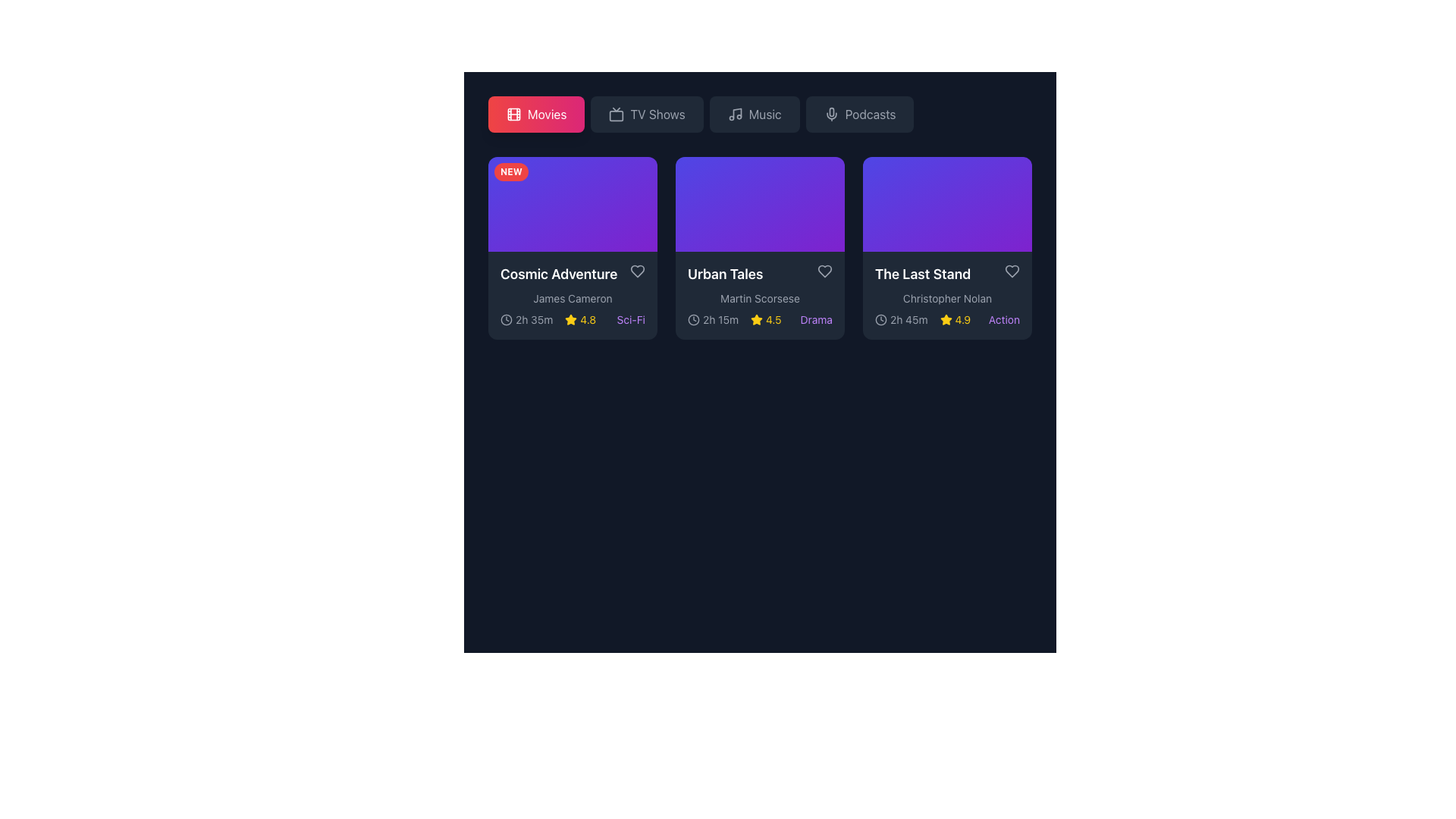 The width and height of the screenshot is (1456, 819). What do you see at coordinates (657, 113) in the screenshot?
I see `the 'TV Shows' text label in the navigation menu` at bounding box center [657, 113].